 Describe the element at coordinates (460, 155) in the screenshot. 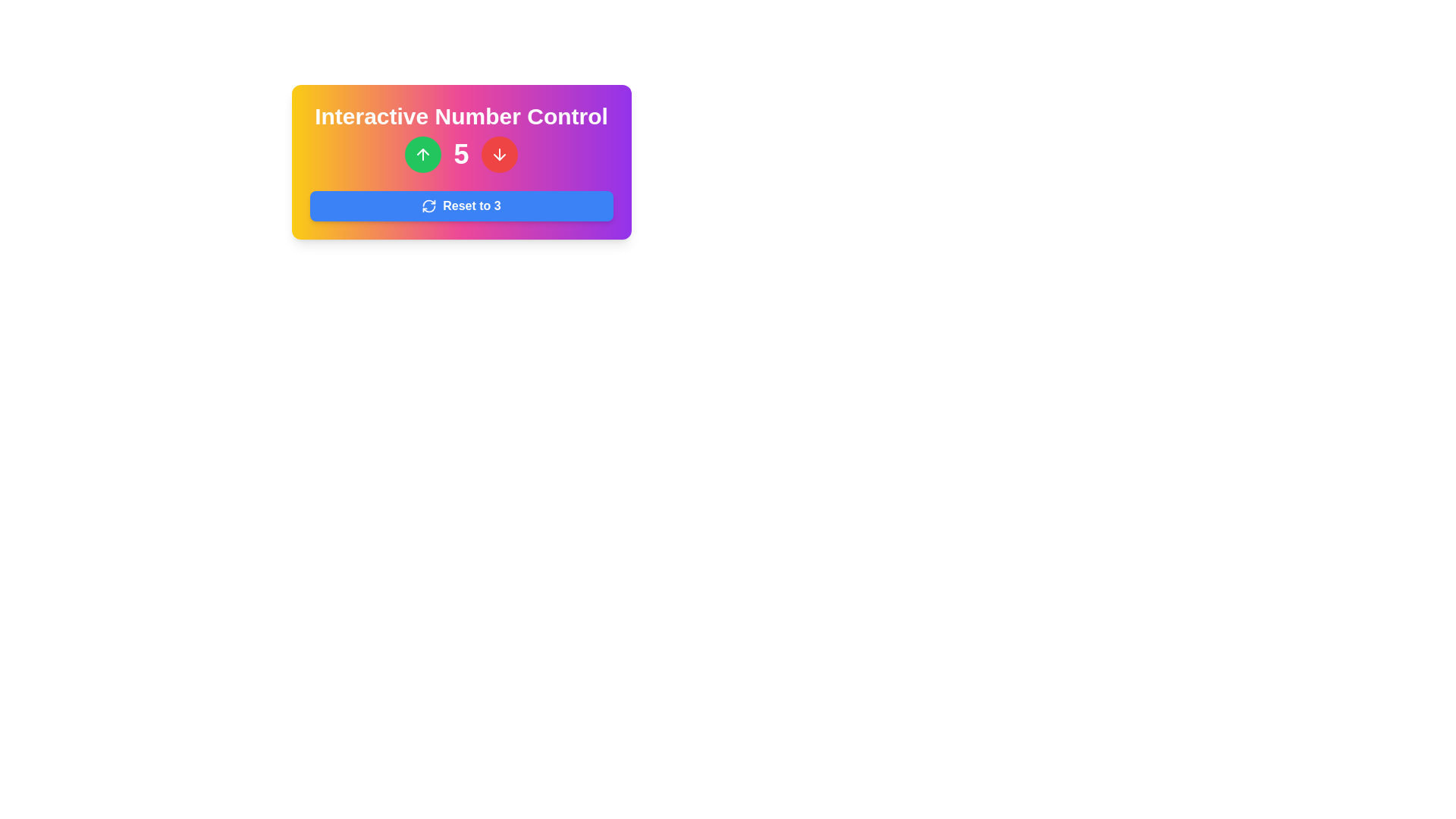

I see `the Text Display element showing the current value of the counter, which displays the numeral '5' located between an upward green arrow button and a downward red arrow button` at that location.